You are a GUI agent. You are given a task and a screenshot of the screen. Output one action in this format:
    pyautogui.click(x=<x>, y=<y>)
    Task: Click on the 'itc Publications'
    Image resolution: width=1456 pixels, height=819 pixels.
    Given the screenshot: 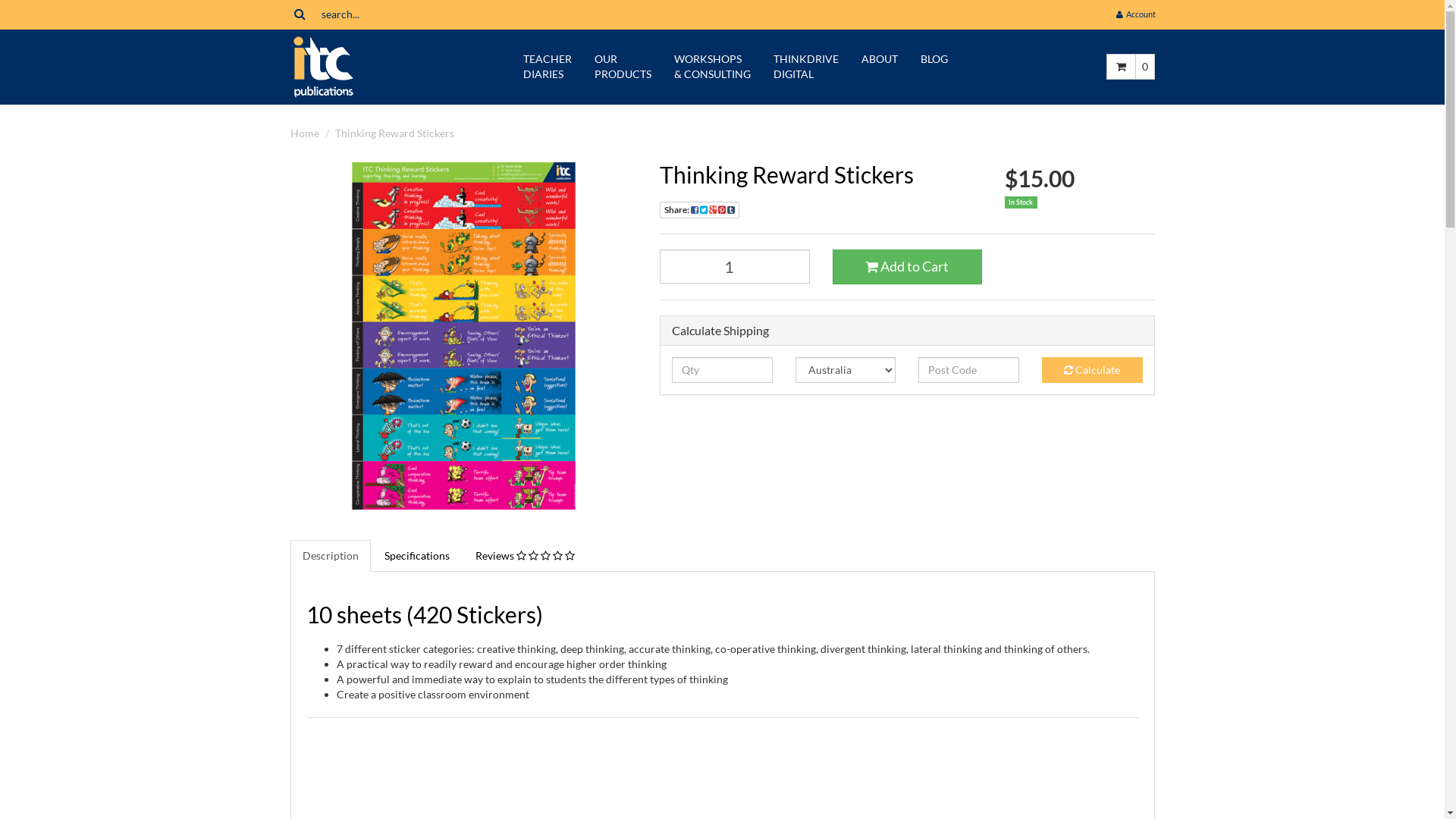 What is the action you would take?
    pyautogui.click(x=322, y=64)
    